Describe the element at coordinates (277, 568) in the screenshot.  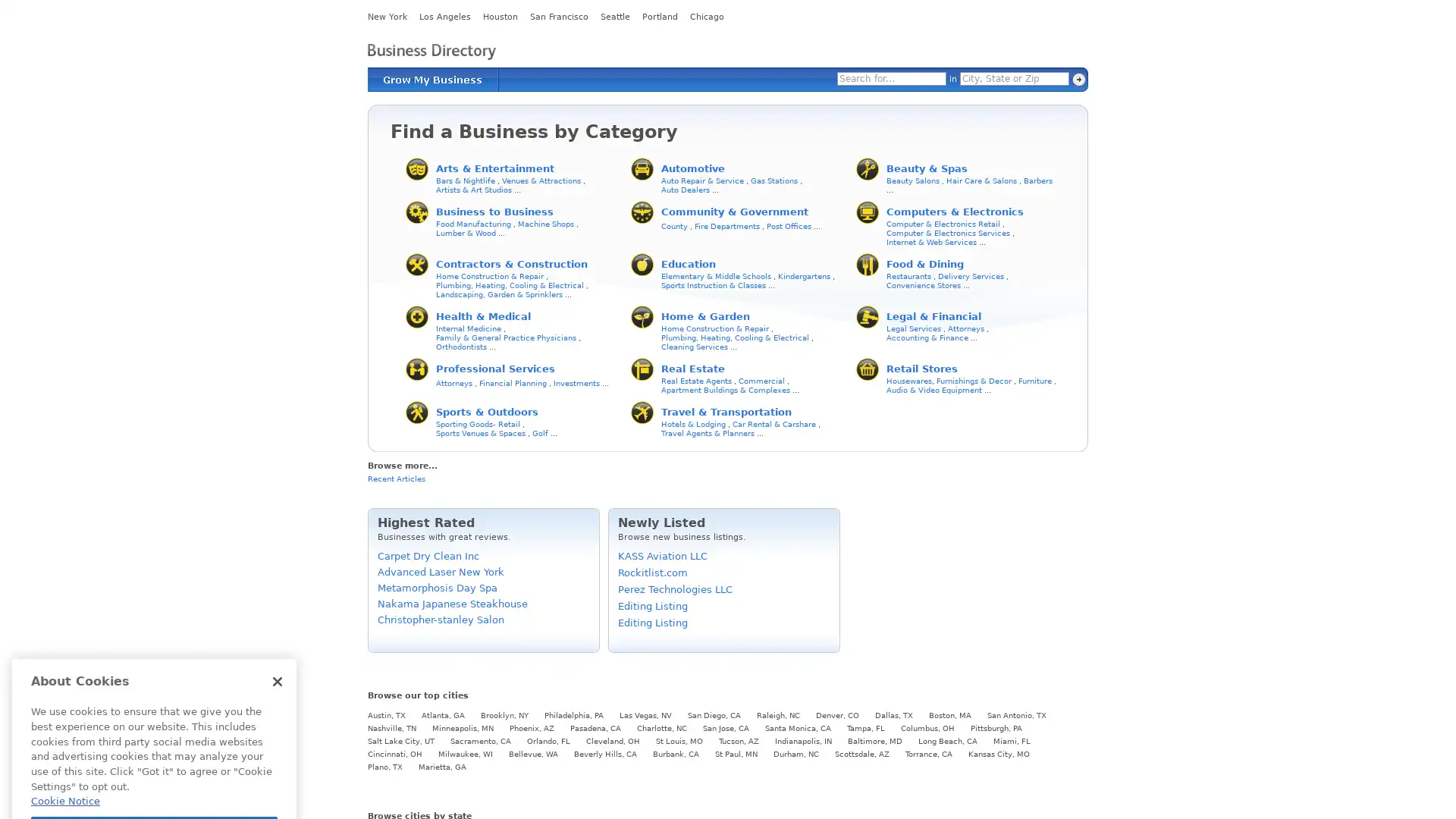
I see `Close` at that location.